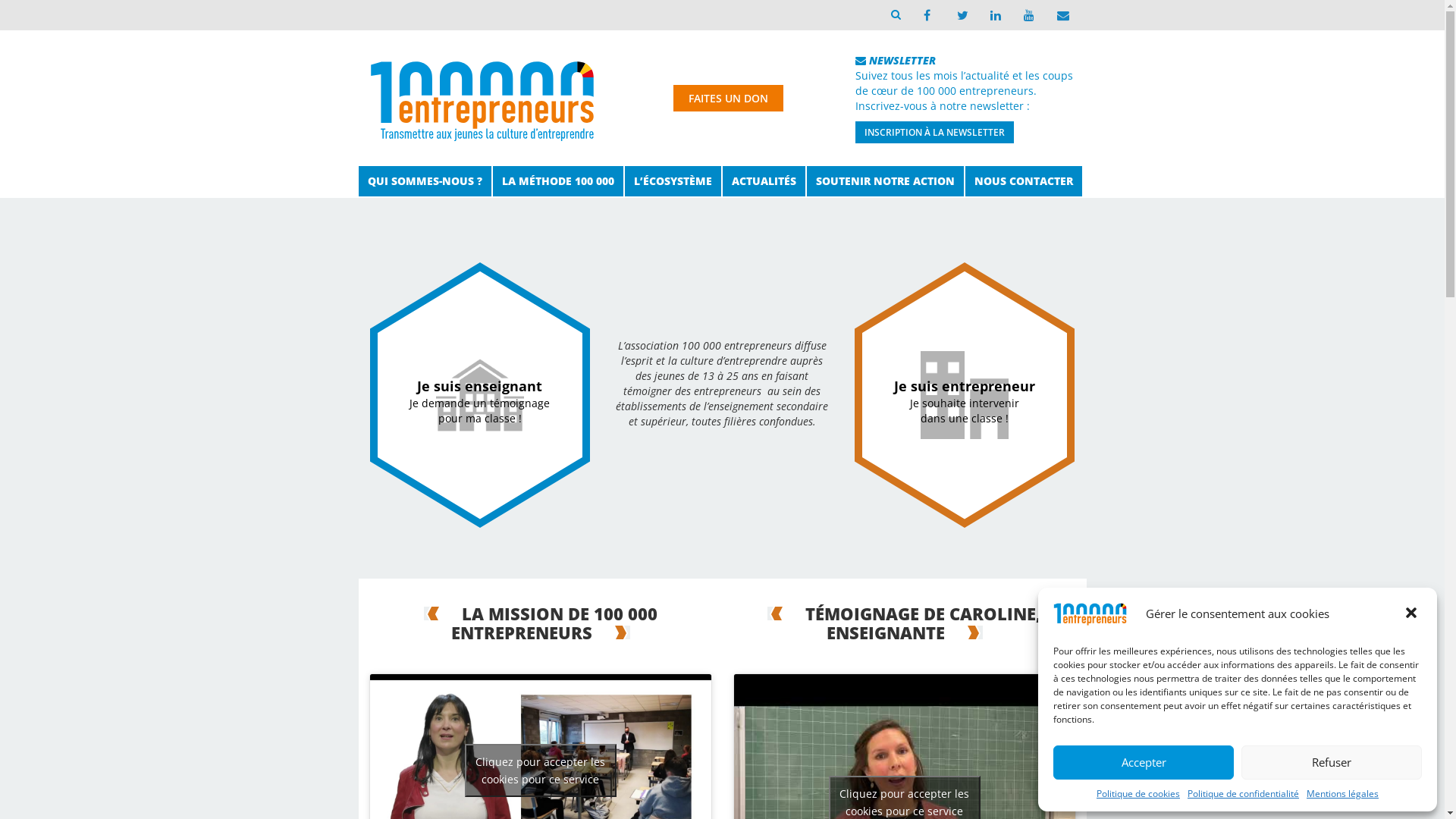  I want to click on 'FAITES UN DON', so click(673, 98).